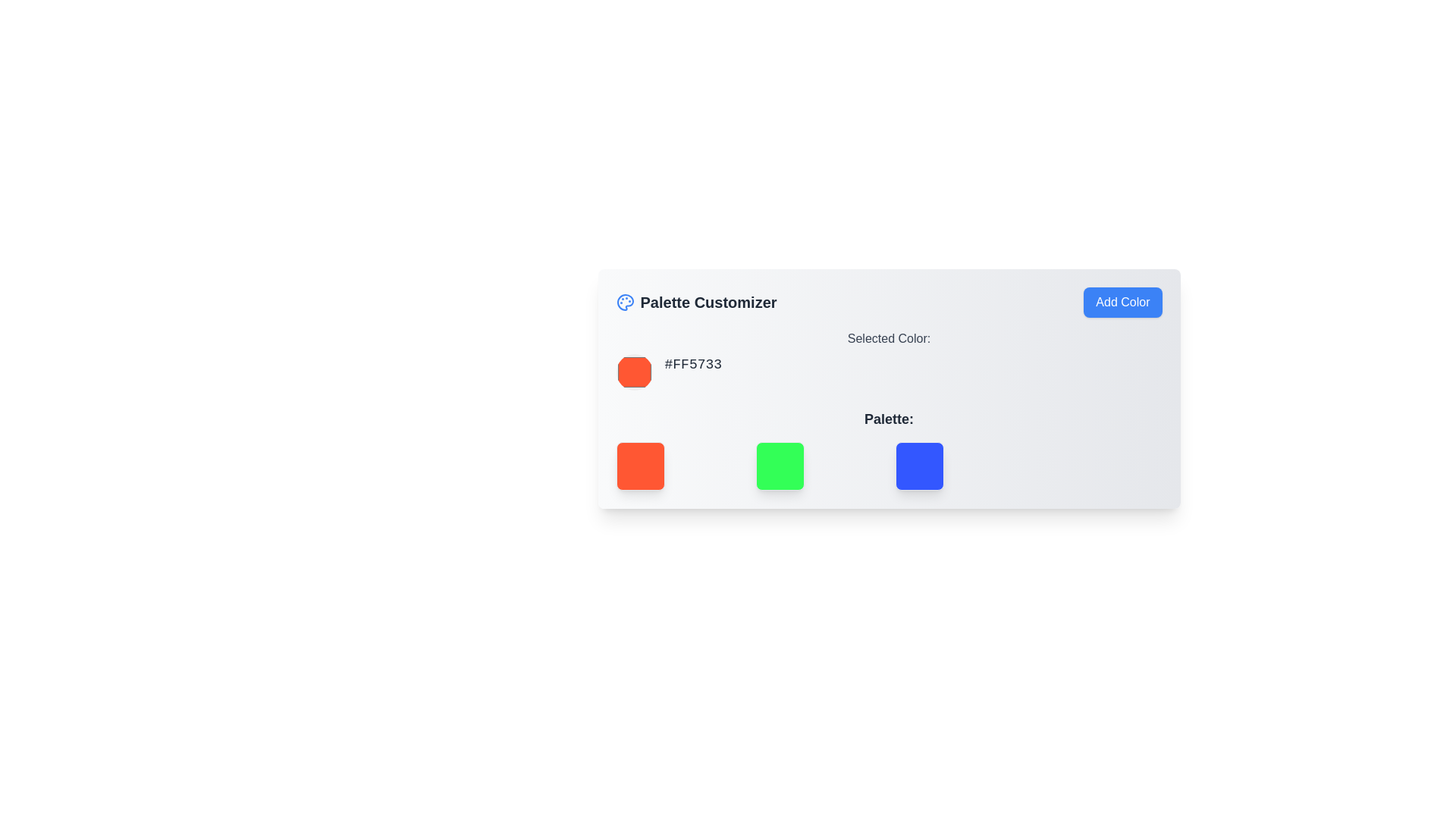 This screenshot has height=819, width=1456. Describe the element at coordinates (780, 465) in the screenshot. I see `the bright green color block element, which is the middle block in the color palette layout, to use it as a reference` at that location.